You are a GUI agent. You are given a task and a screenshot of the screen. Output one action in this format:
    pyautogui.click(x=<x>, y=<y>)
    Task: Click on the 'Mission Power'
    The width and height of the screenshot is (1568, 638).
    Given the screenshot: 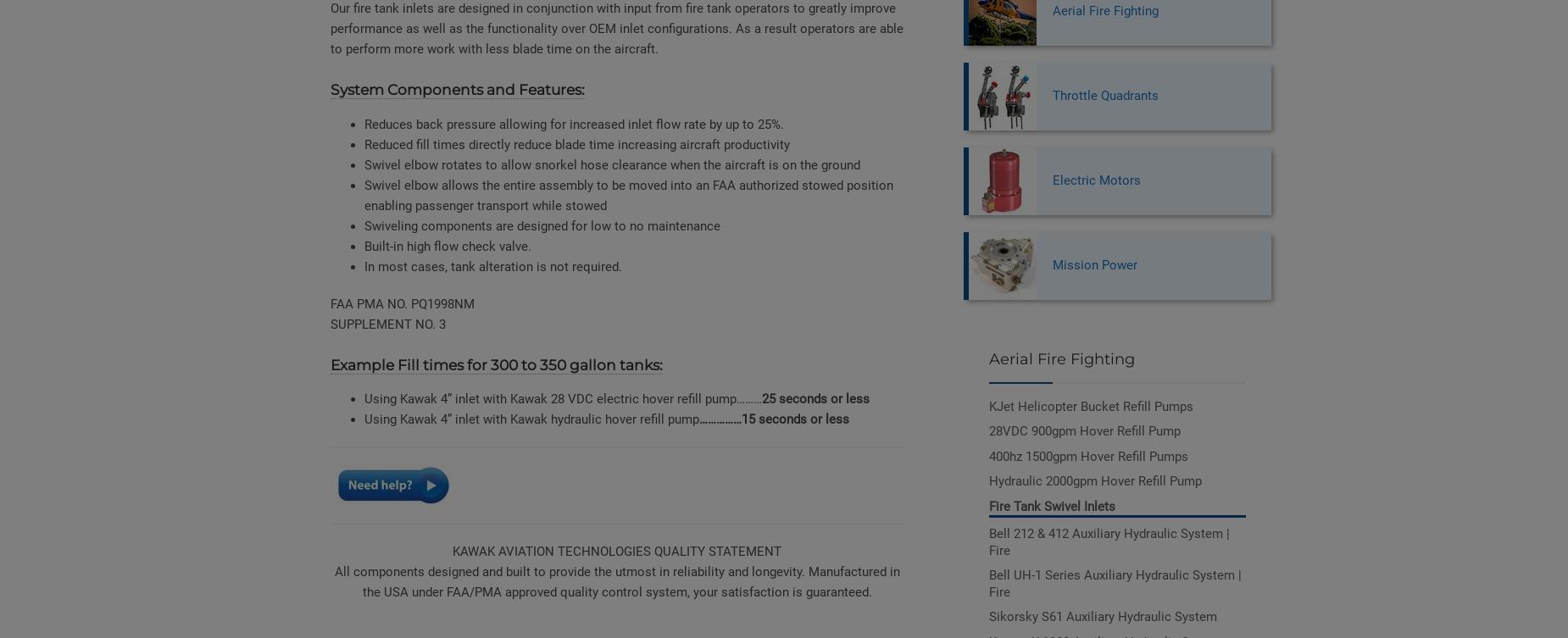 What is the action you would take?
    pyautogui.click(x=1092, y=265)
    